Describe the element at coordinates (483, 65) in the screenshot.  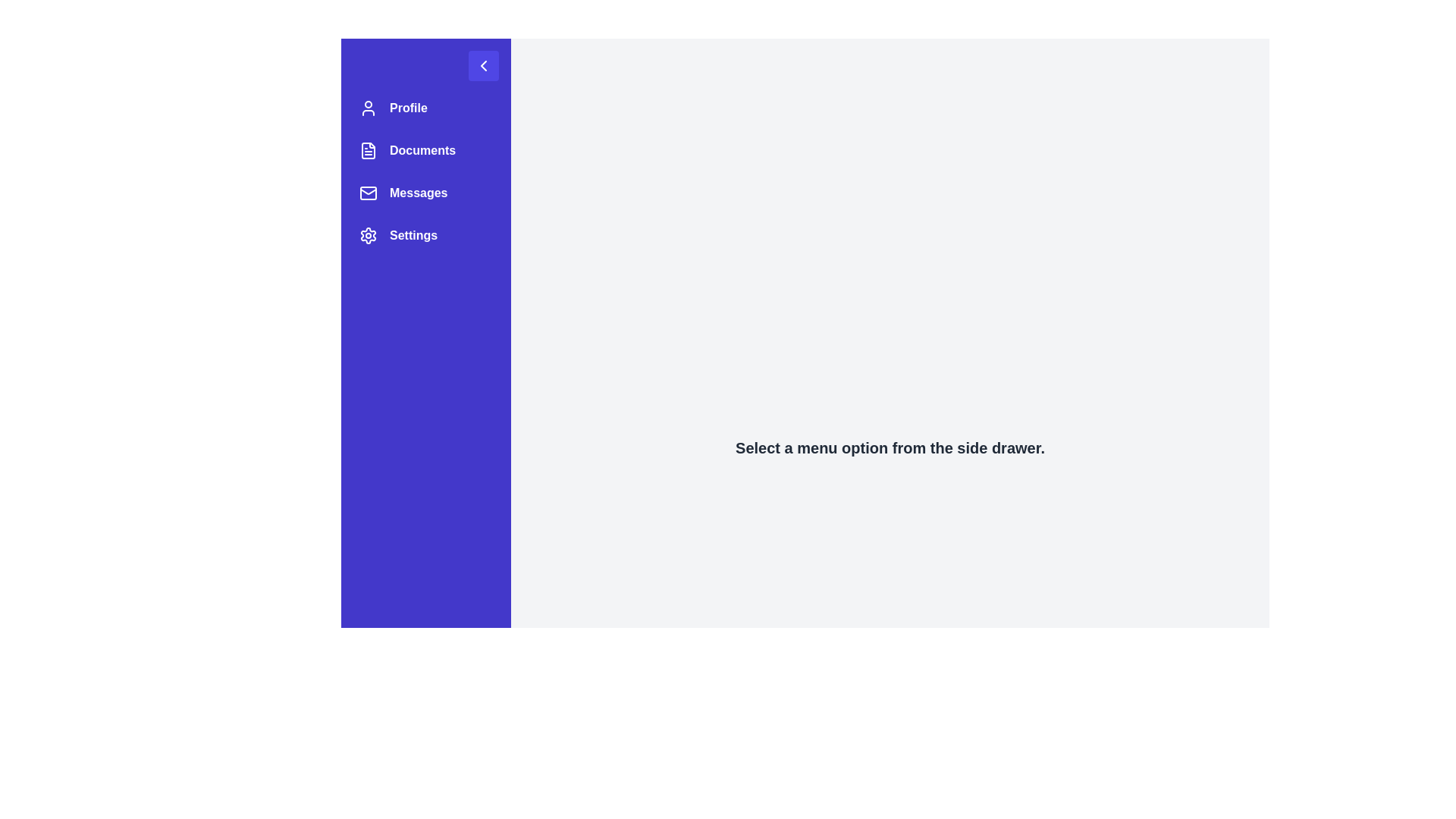
I see `the toggle button located at the top-right corner of the vertical navigation bar` at that location.